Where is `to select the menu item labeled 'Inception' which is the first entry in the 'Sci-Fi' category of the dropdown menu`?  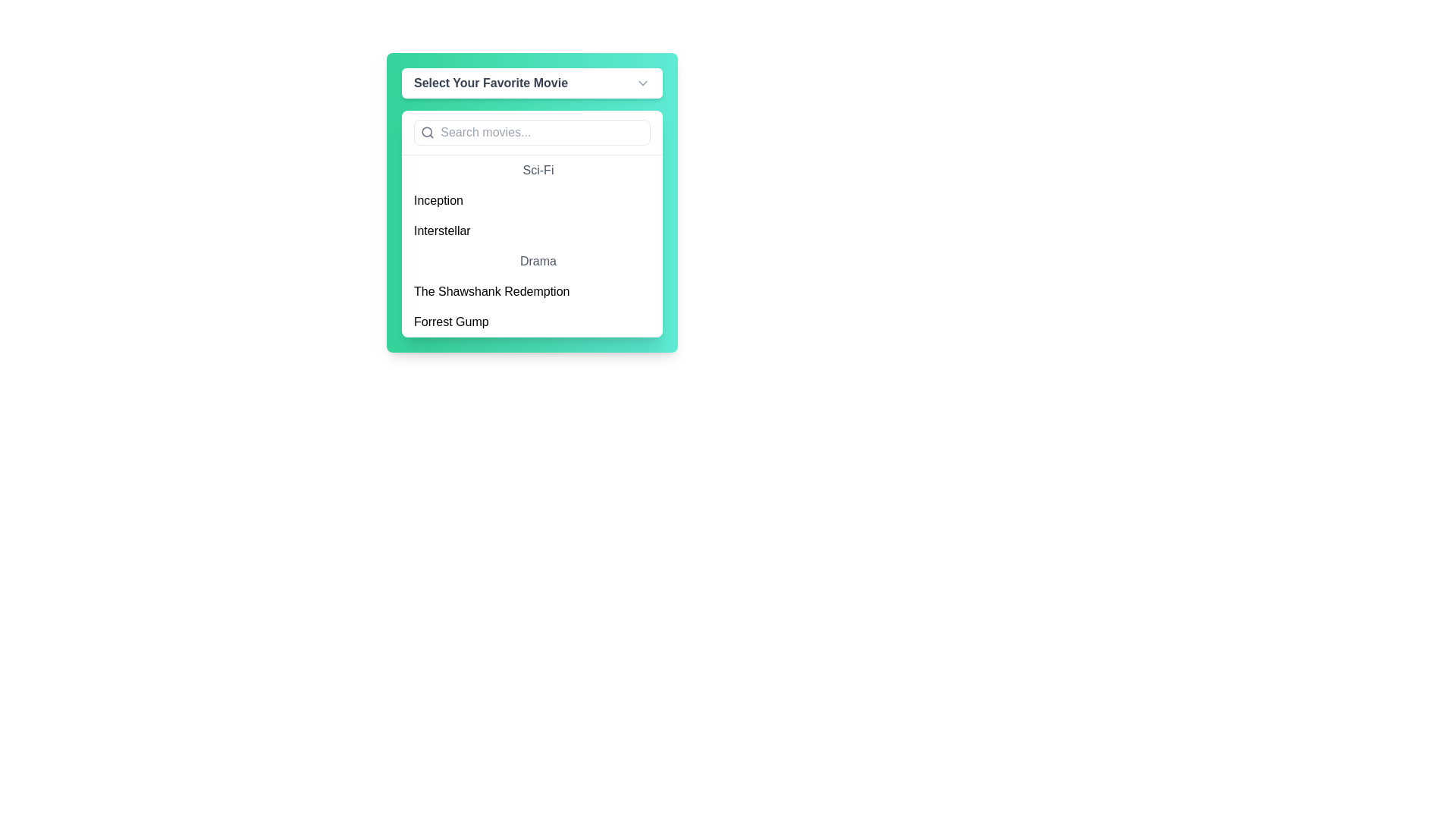 to select the menu item labeled 'Inception' which is the first entry in the 'Sci-Fi' category of the dropdown menu is located at coordinates (532, 200).